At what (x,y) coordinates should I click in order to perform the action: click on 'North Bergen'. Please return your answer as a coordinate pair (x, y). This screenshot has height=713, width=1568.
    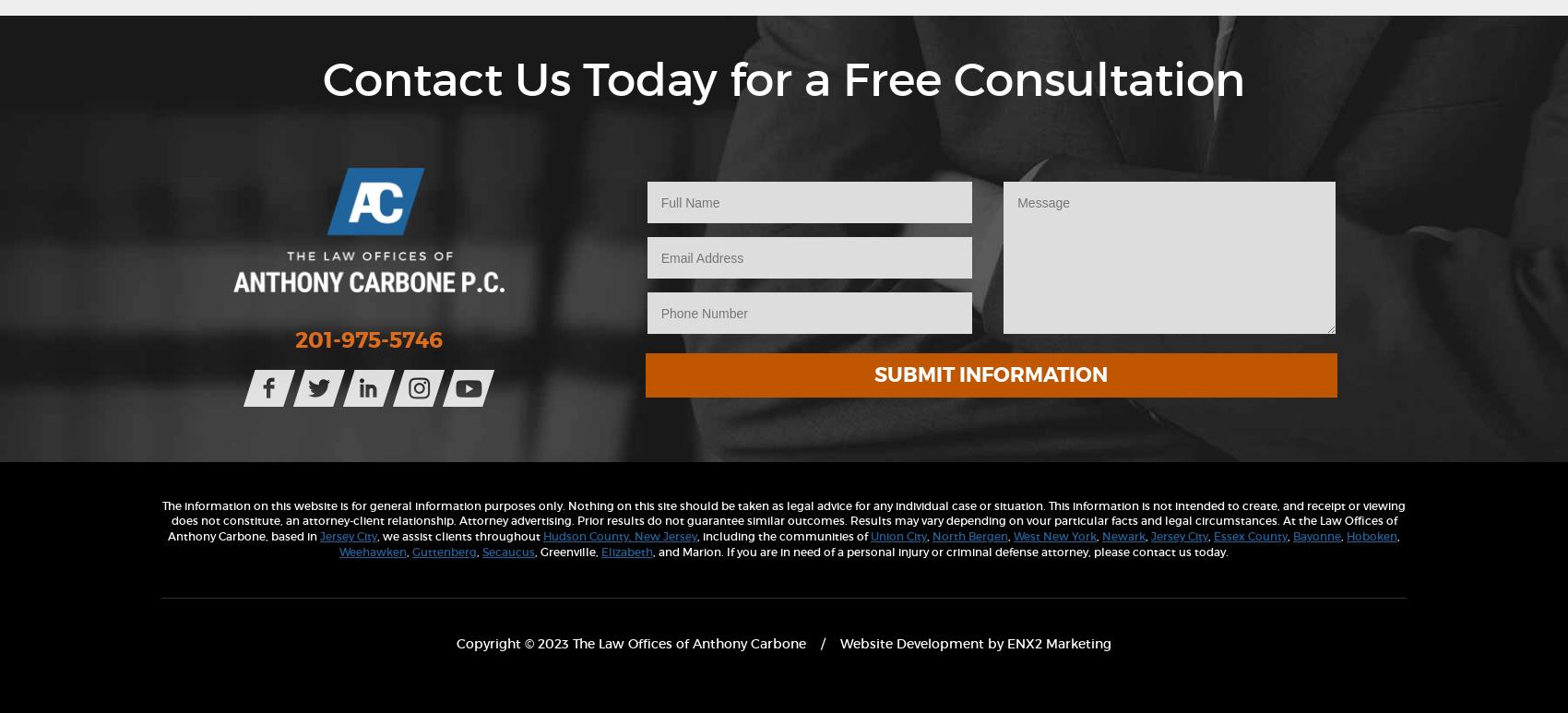
    Looking at the image, I should click on (968, 536).